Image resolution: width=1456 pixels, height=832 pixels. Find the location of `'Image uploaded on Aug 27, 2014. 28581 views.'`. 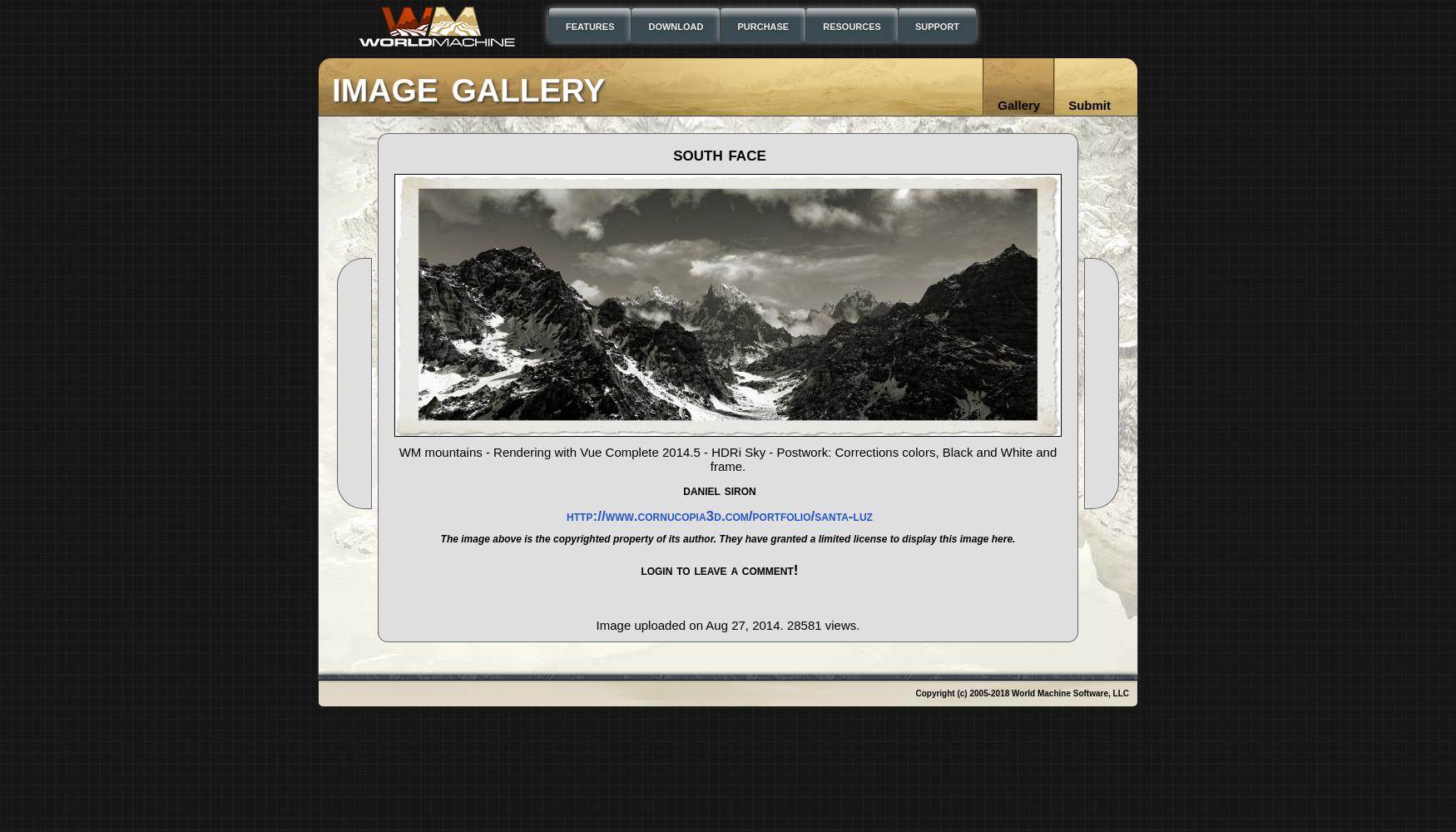

'Image uploaded on Aug 27, 2014. 28581 views.' is located at coordinates (727, 625).